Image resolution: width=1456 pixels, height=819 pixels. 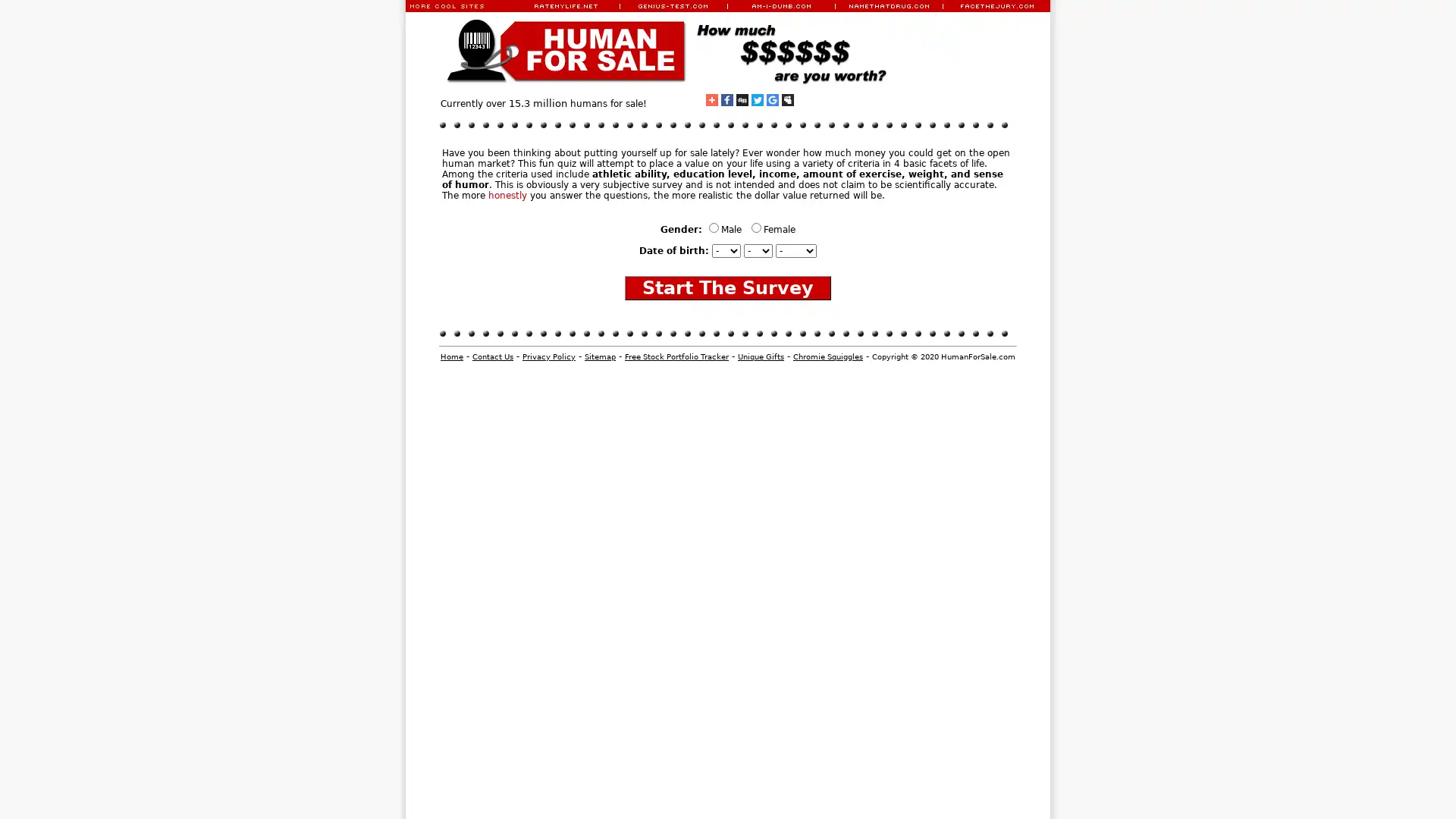 What do you see at coordinates (728, 288) in the screenshot?
I see `Start The Survey` at bounding box center [728, 288].